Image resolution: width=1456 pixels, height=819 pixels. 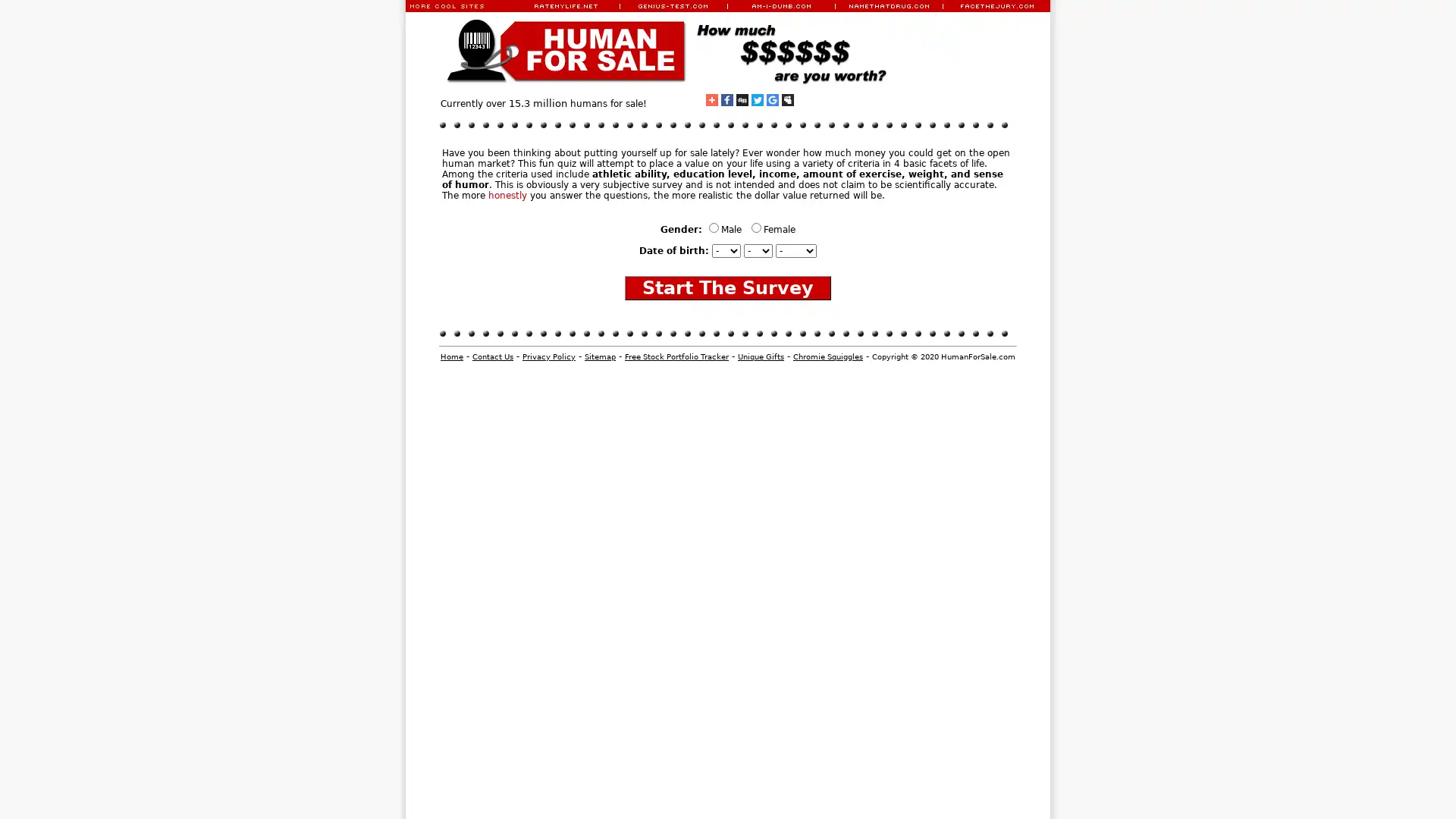 What do you see at coordinates (728, 288) in the screenshot?
I see `Start The Survey` at bounding box center [728, 288].